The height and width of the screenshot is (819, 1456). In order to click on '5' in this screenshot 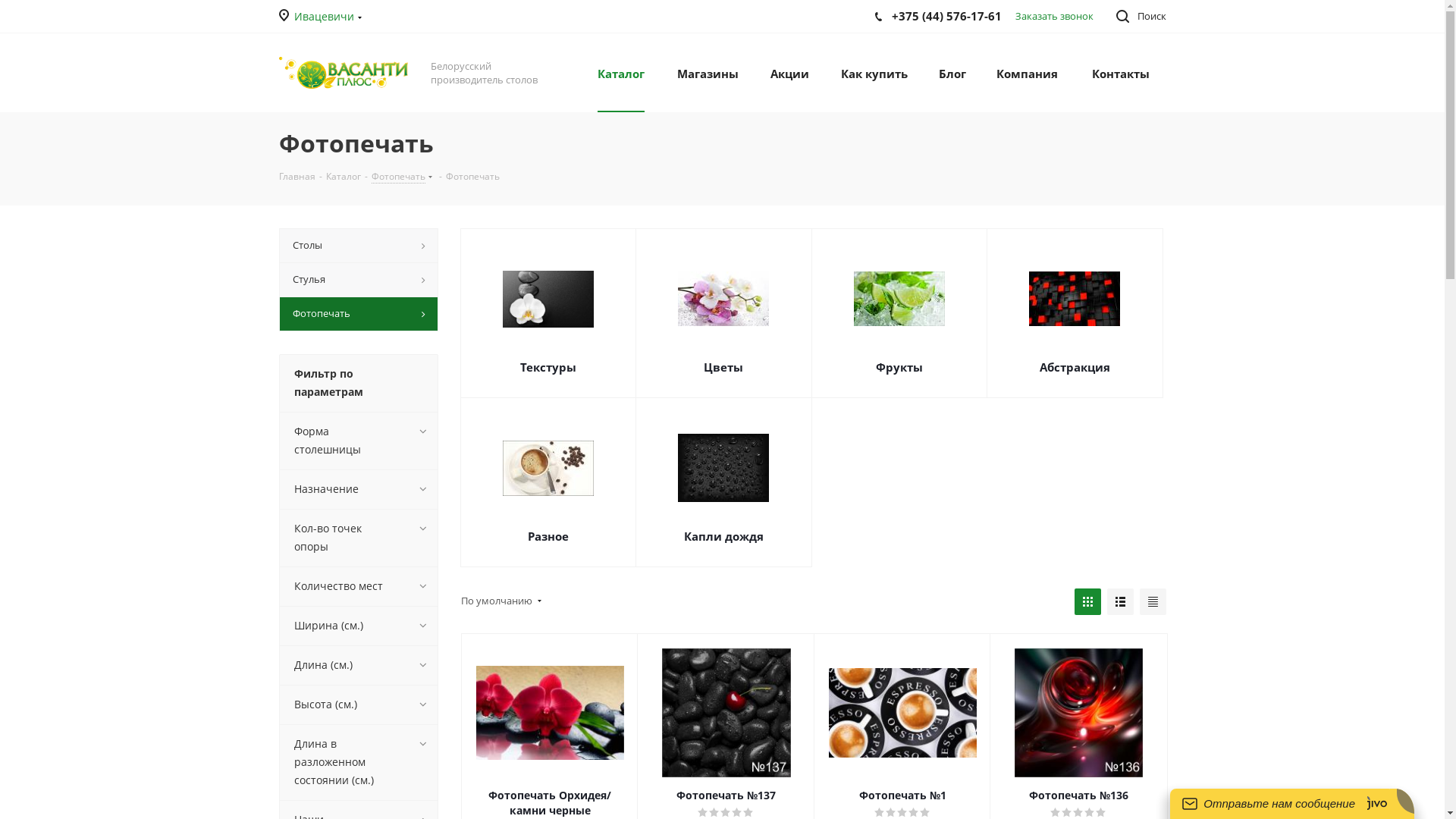, I will do `click(1101, 812)`.